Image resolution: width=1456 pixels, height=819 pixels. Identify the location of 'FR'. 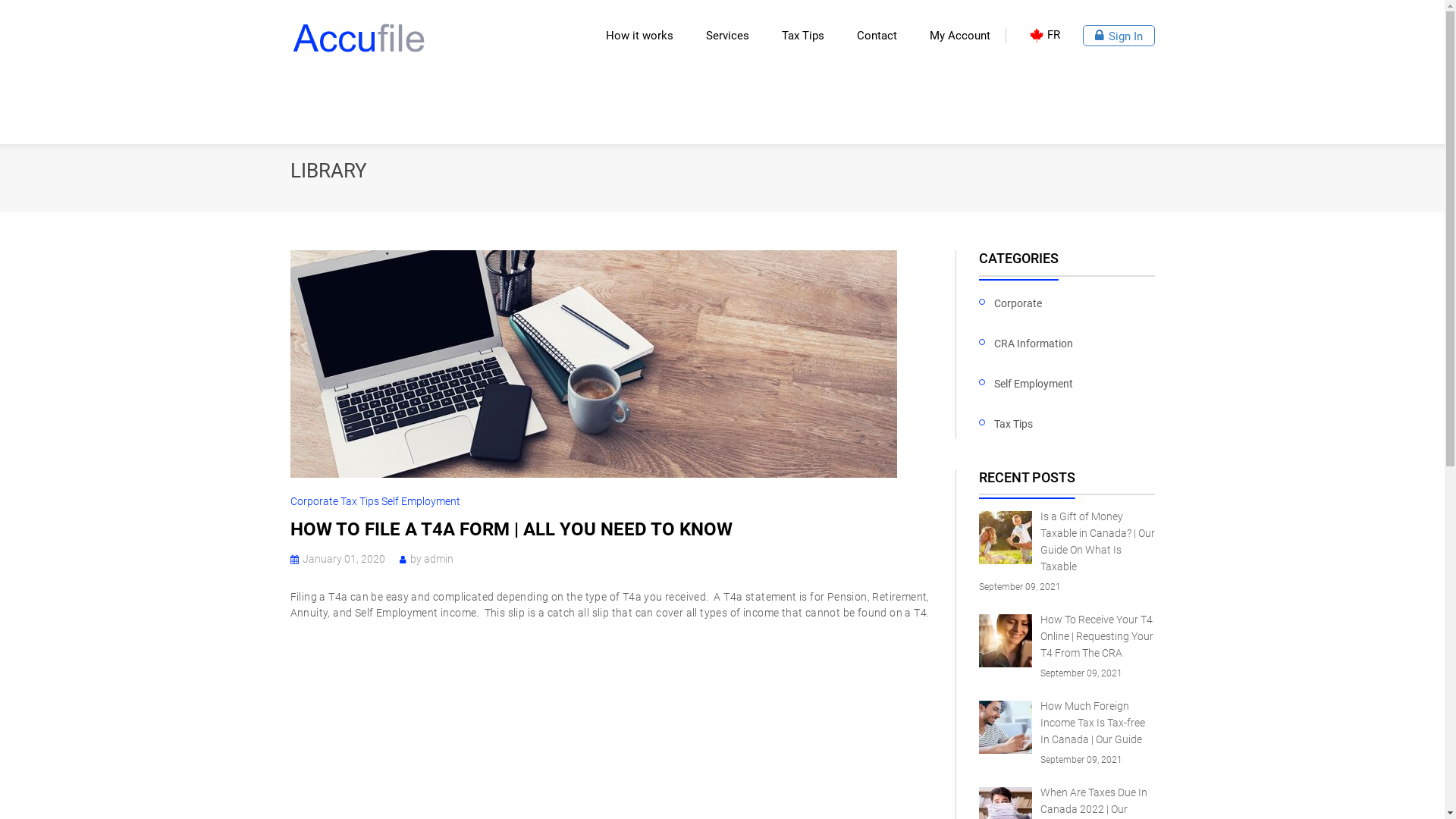
(1043, 34).